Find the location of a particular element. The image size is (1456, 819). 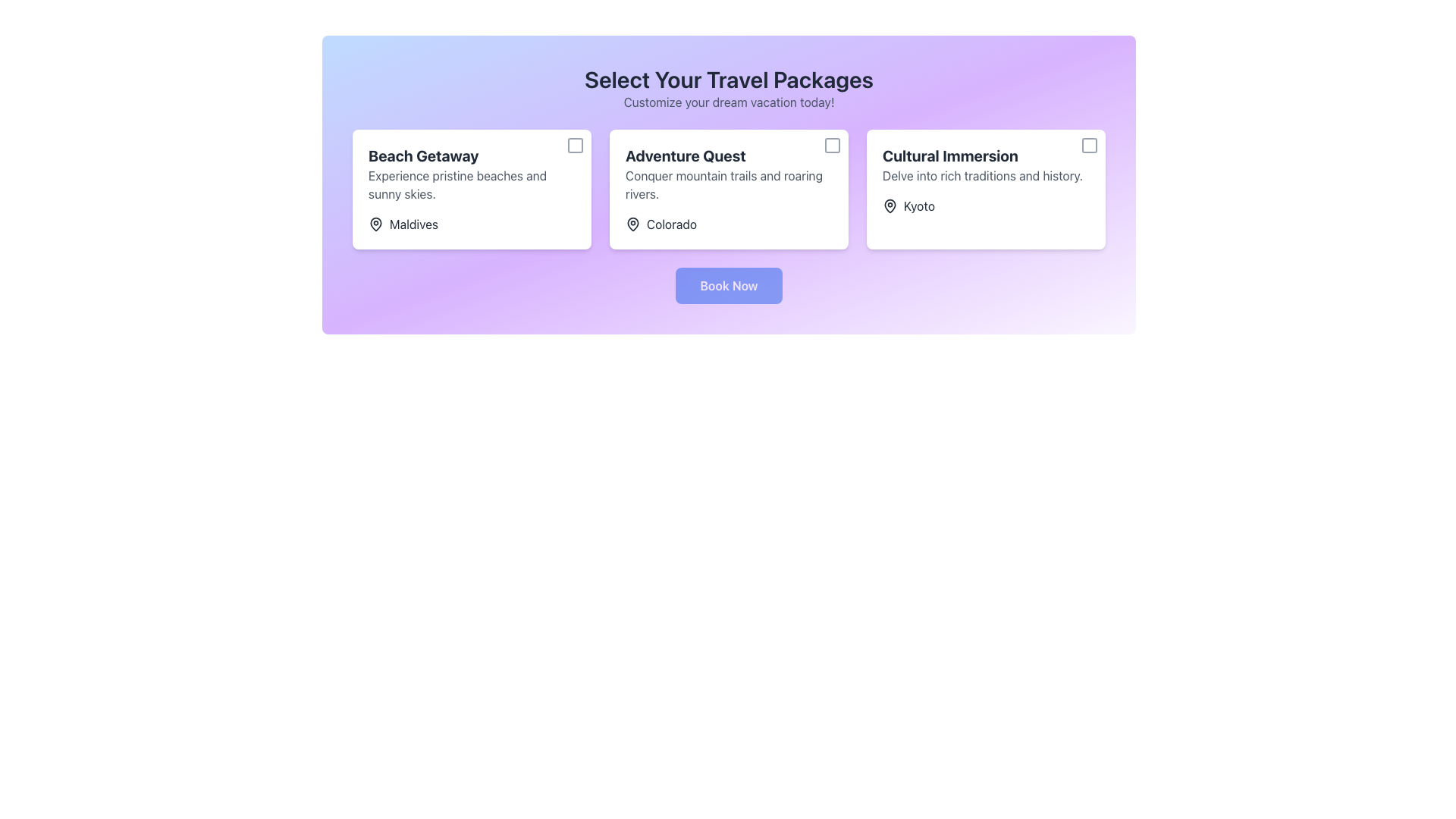

the text label displaying 'Colorado' which is positioned in the middle card under the 'Adventure Quest' section, aligned left next to a map pin icon is located at coordinates (671, 224).